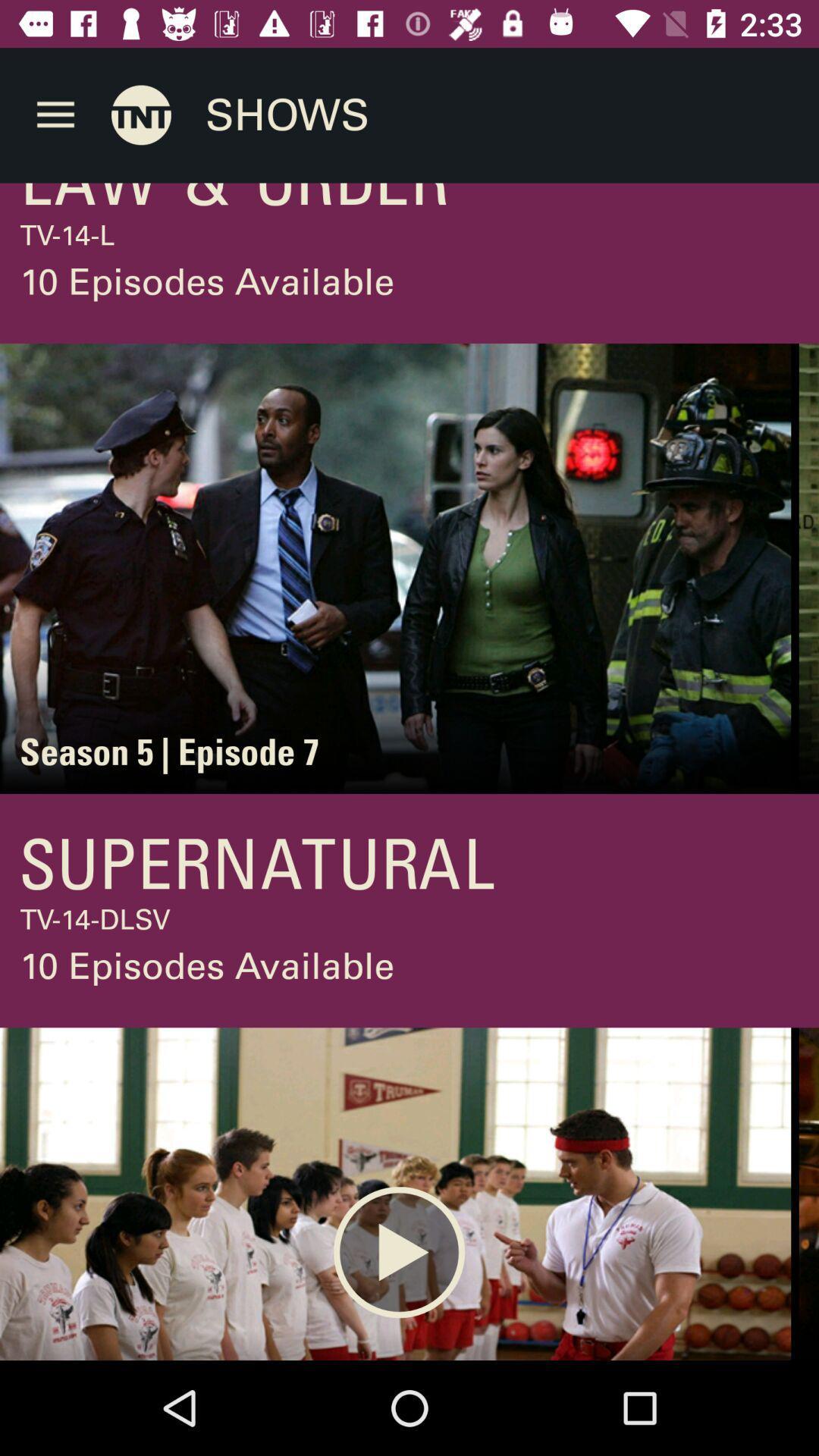 Image resolution: width=819 pixels, height=1456 pixels. Describe the element at coordinates (55, 115) in the screenshot. I see `item above the law & order icon` at that location.